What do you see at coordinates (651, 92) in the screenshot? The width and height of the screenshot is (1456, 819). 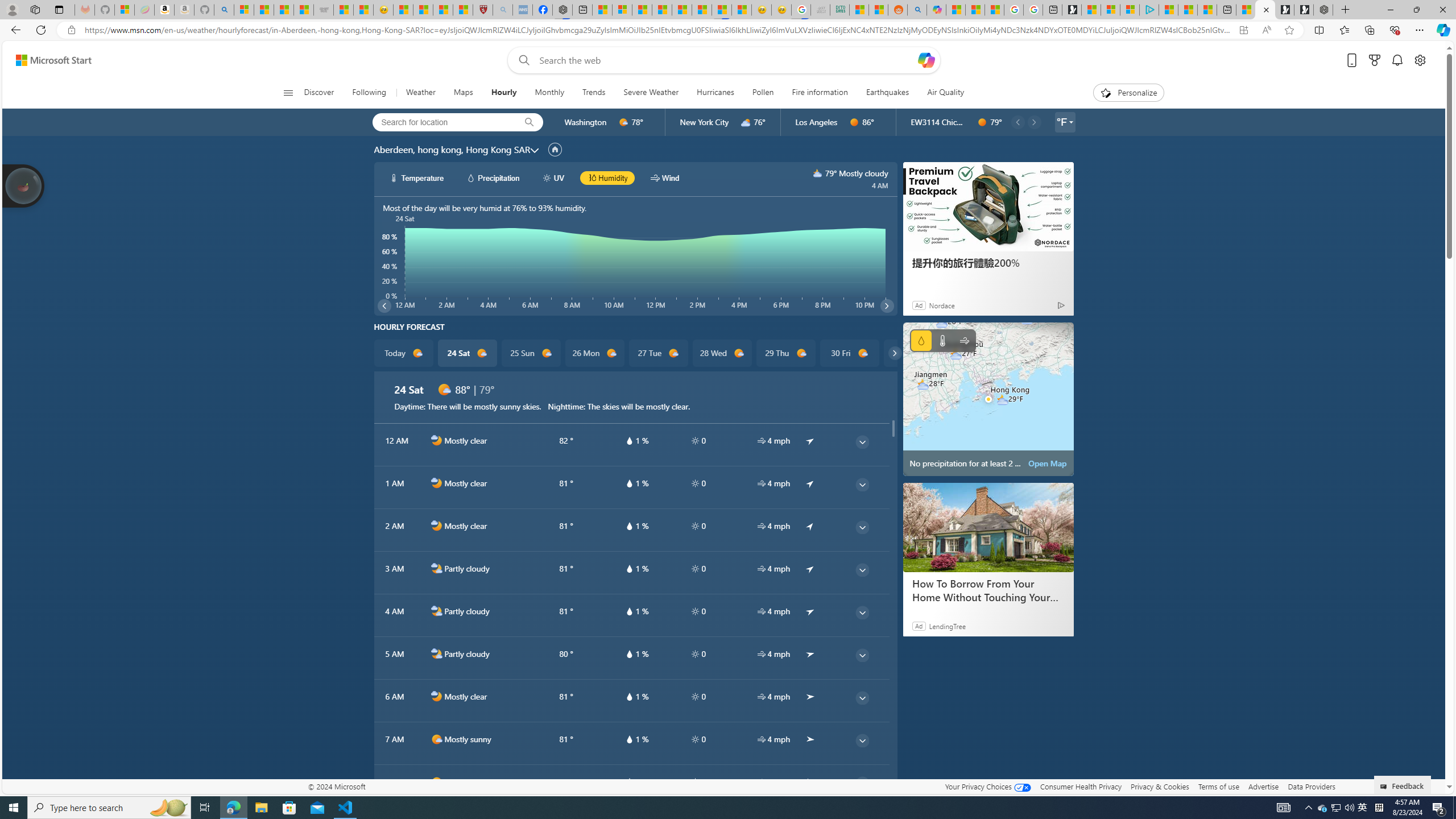 I see `'Severe Weather'` at bounding box center [651, 92].